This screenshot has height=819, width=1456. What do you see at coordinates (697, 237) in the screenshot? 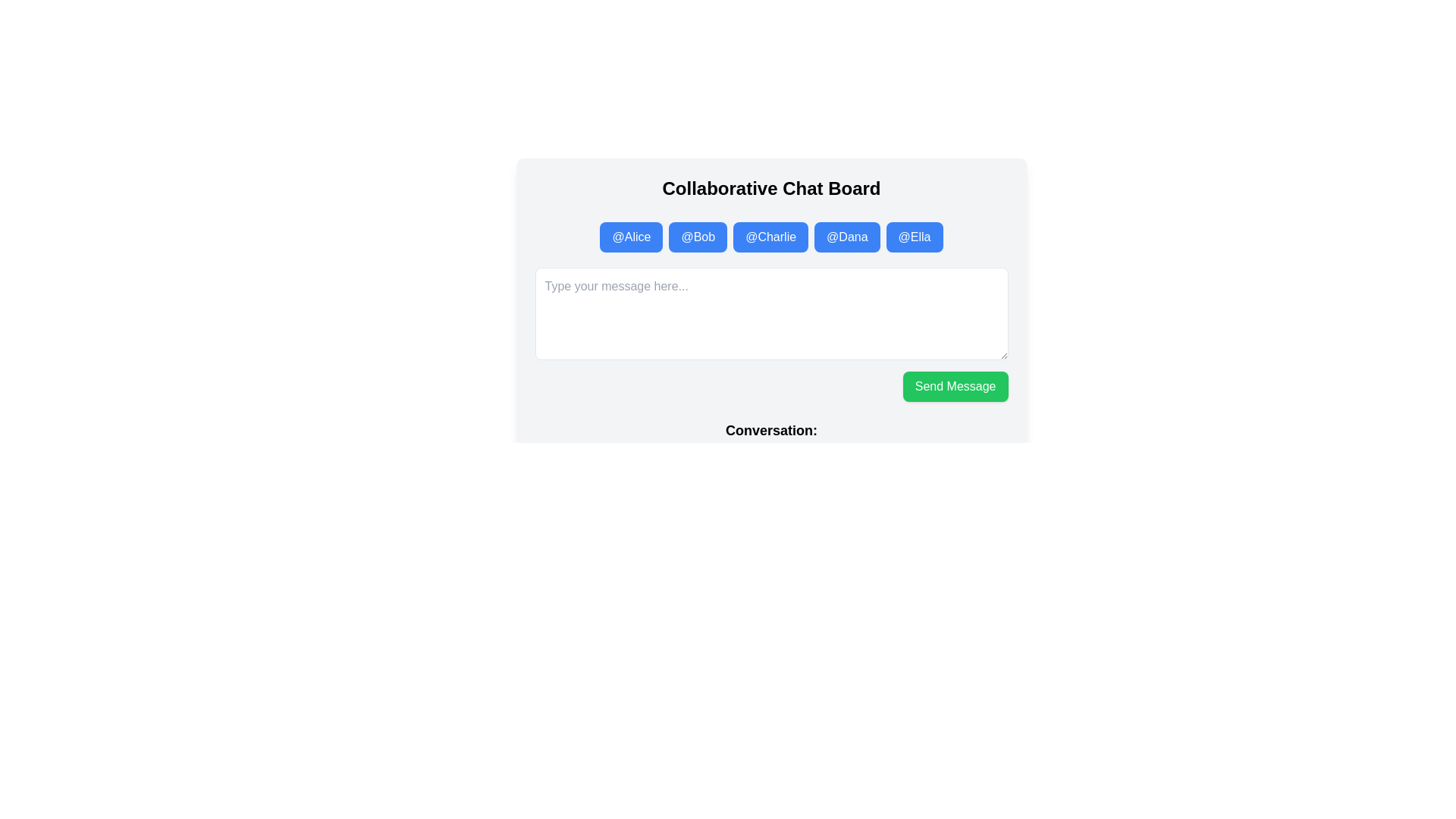
I see `the button representing the user handle '@Bob', located between the buttons '@Alice' and '@Charlie' under the title 'Collaborative Chat Board'` at bounding box center [697, 237].